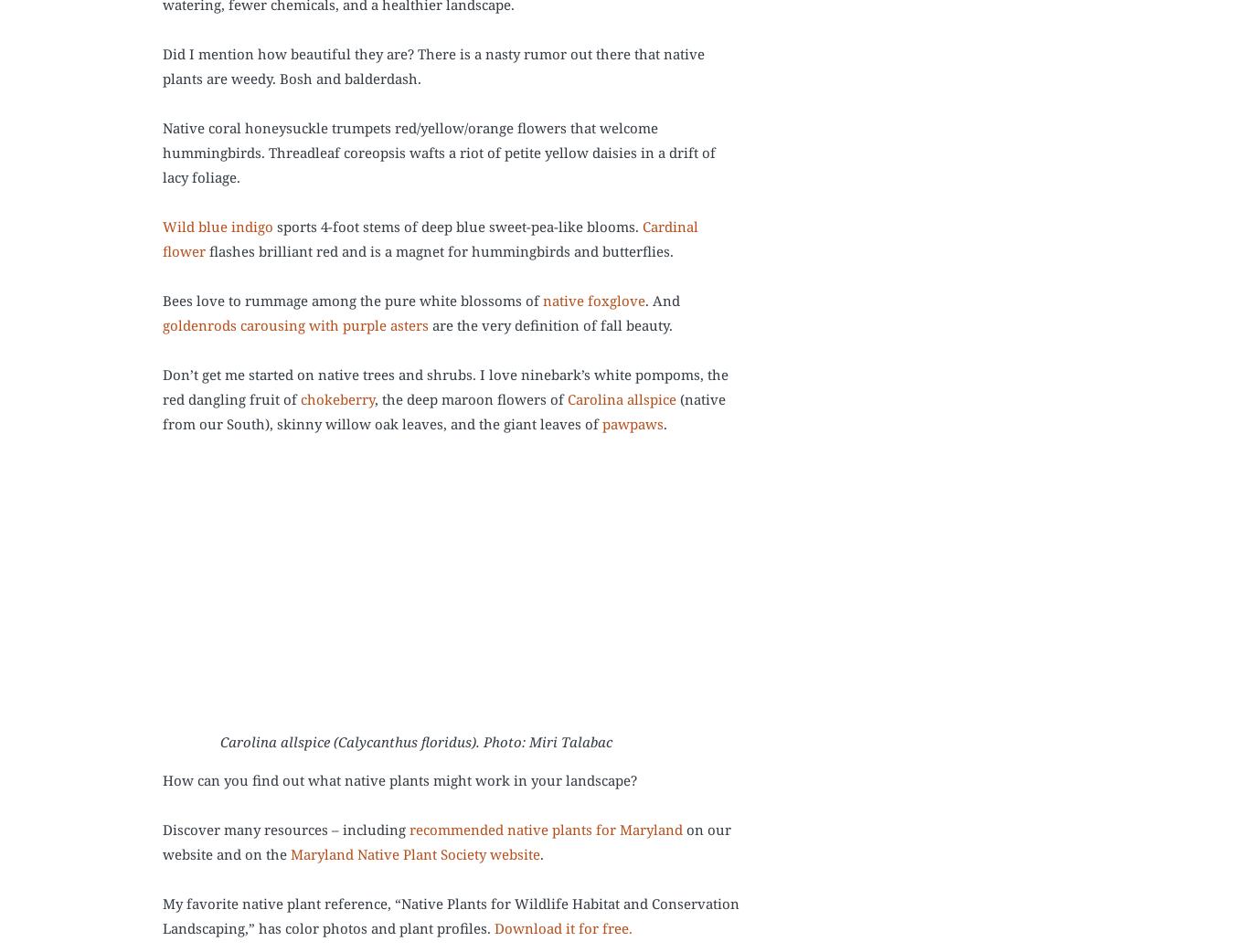 The height and width of the screenshot is (952, 1234). Describe the element at coordinates (163, 411) in the screenshot. I see `'(native from our South), skinny willow oak leaves, and the giant leaves of'` at that location.